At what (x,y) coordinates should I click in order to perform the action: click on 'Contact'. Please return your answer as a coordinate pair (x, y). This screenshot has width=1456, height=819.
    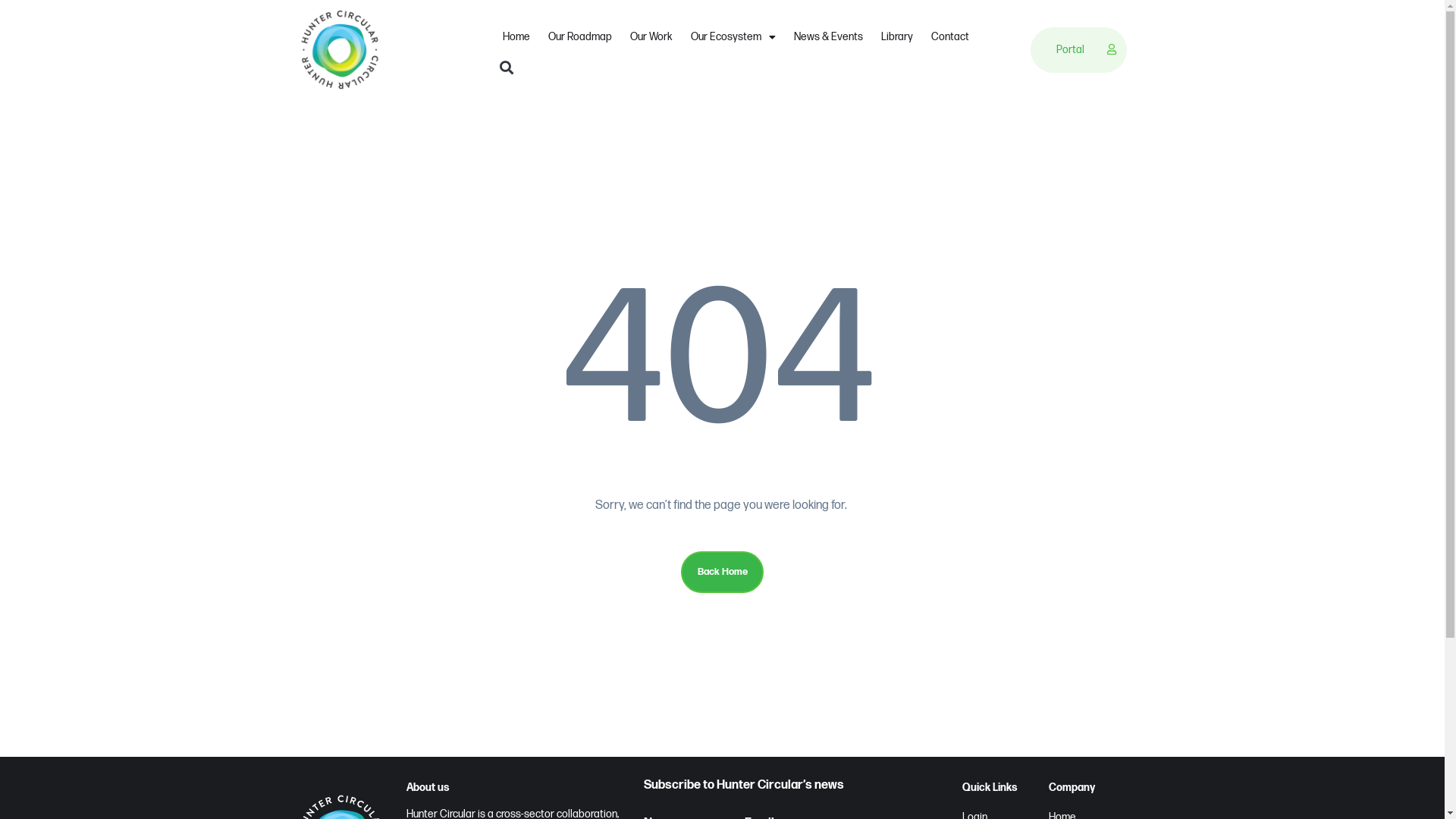
    Looking at the image, I should click on (949, 36).